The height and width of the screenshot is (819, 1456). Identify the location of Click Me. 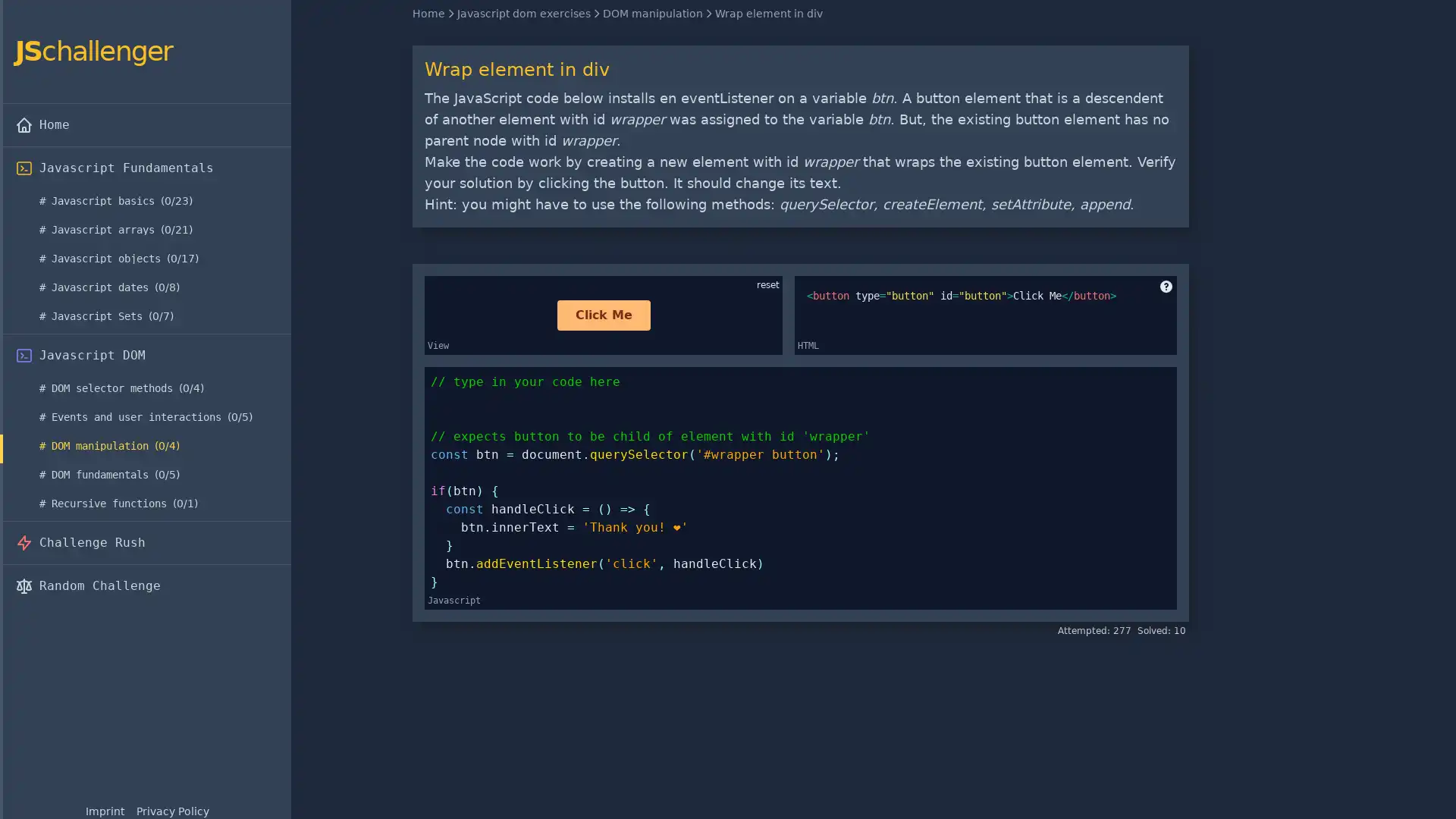
(602, 315).